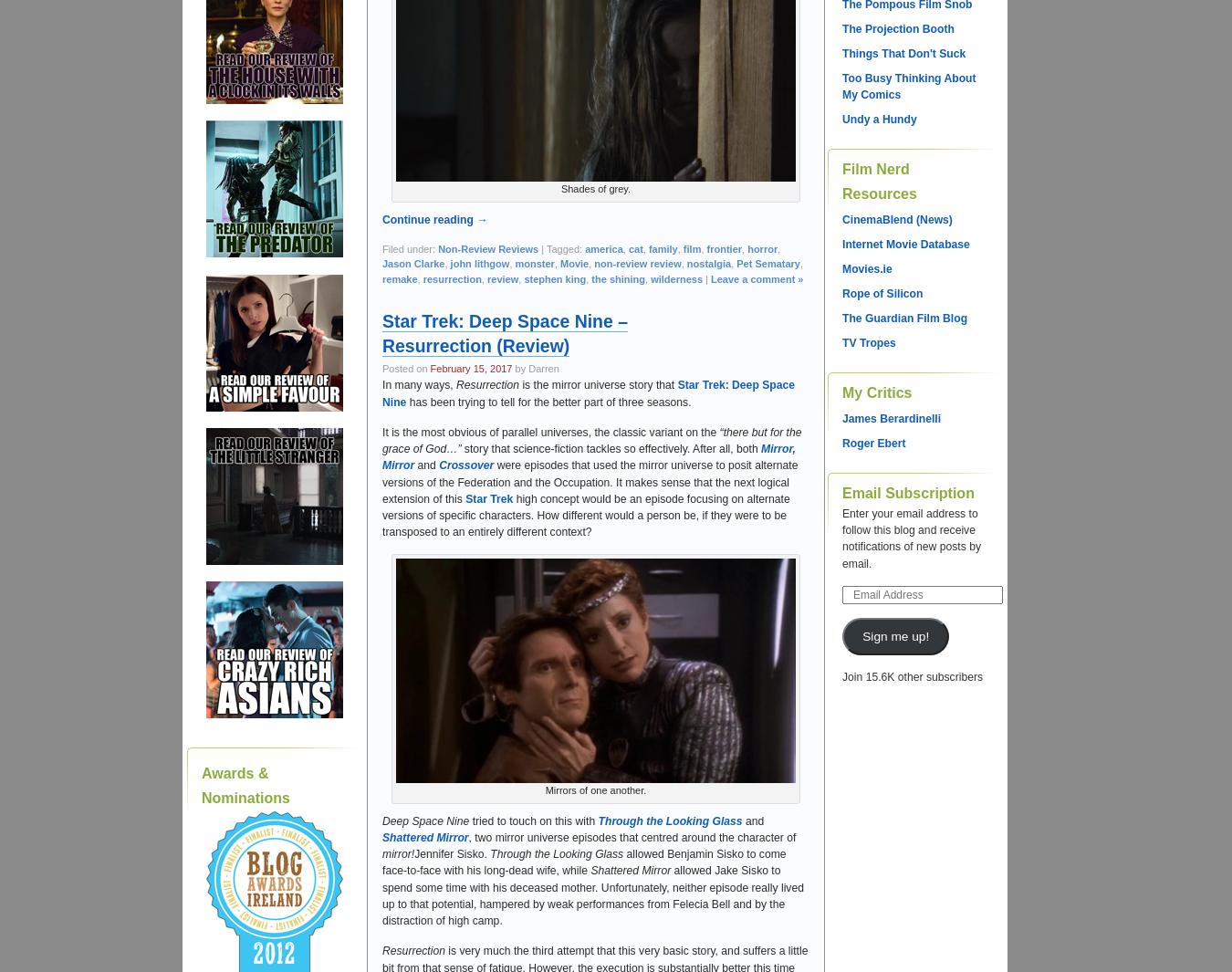 This screenshot has width=1232, height=972. Describe the element at coordinates (865, 268) in the screenshot. I see `'Movies.ie'` at that location.